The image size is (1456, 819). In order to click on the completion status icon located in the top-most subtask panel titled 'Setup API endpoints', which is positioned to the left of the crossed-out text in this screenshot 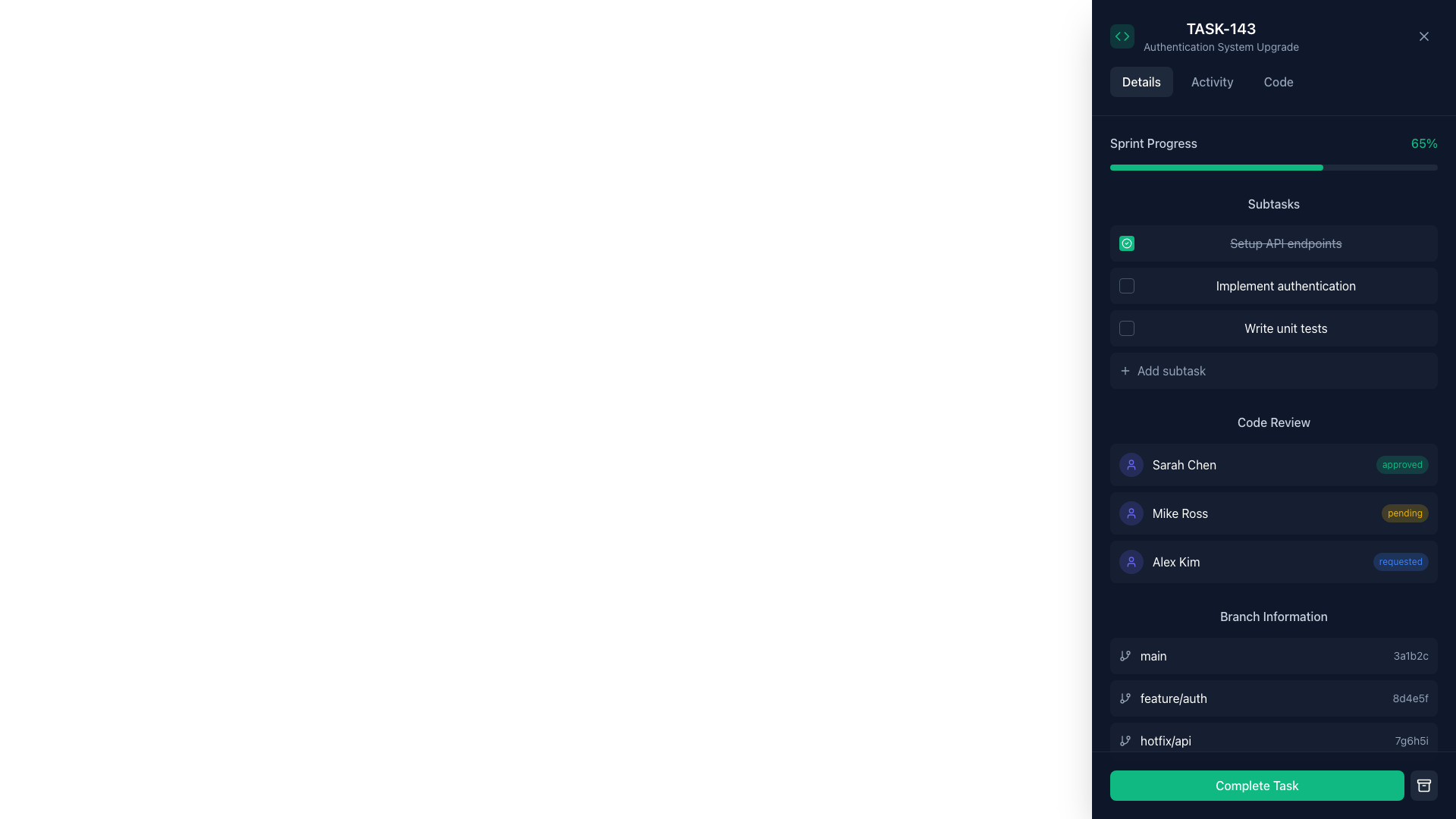, I will do `click(1127, 242)`.